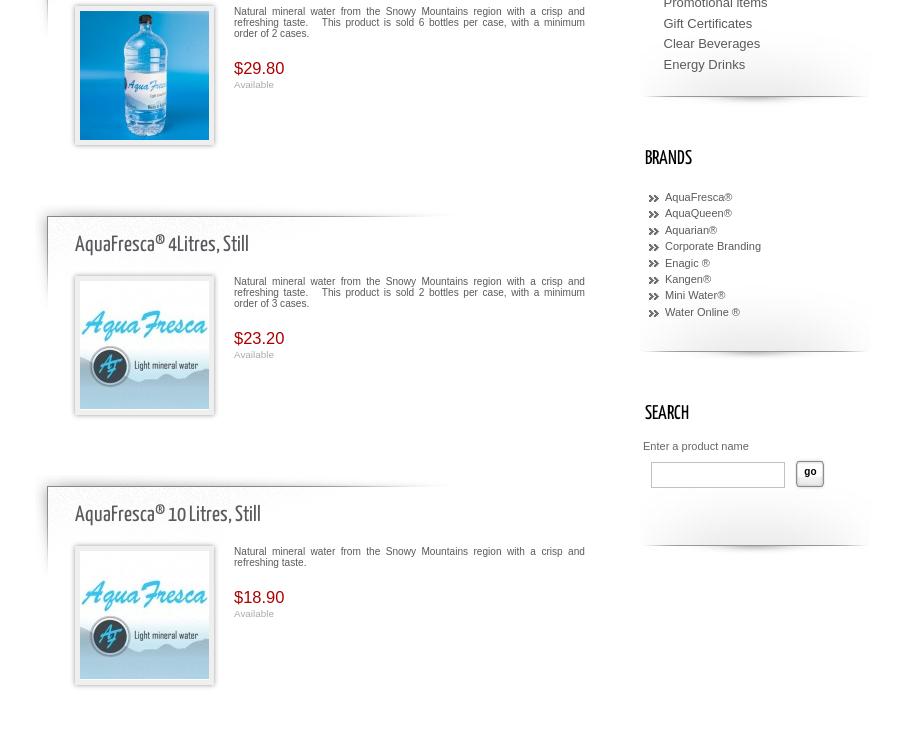  I want to click on 'Corporate Branding', so click(711, 245).